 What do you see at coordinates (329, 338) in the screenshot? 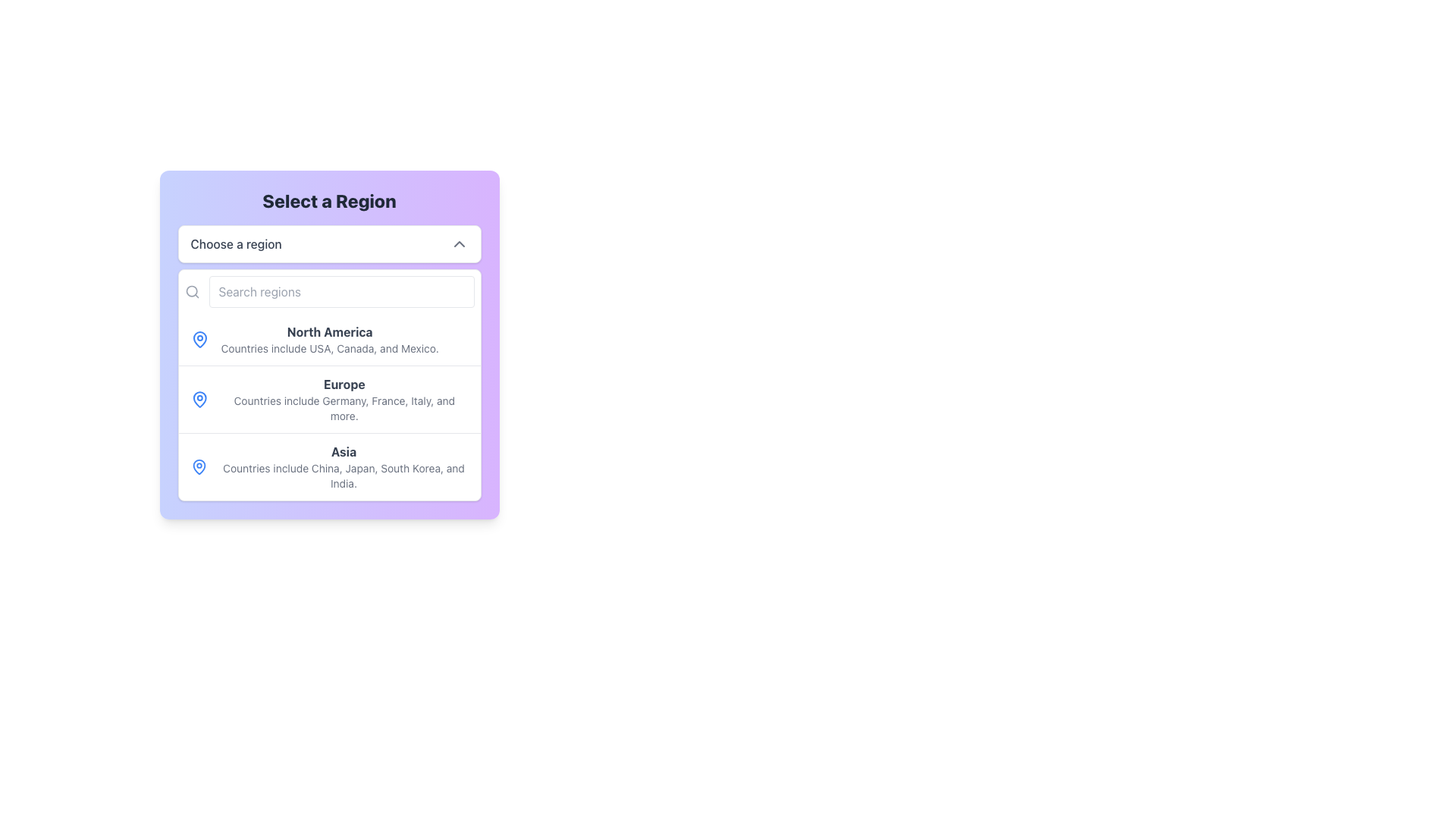
I see `the list item labeled 'North America'` at bounding box center [329, 338].